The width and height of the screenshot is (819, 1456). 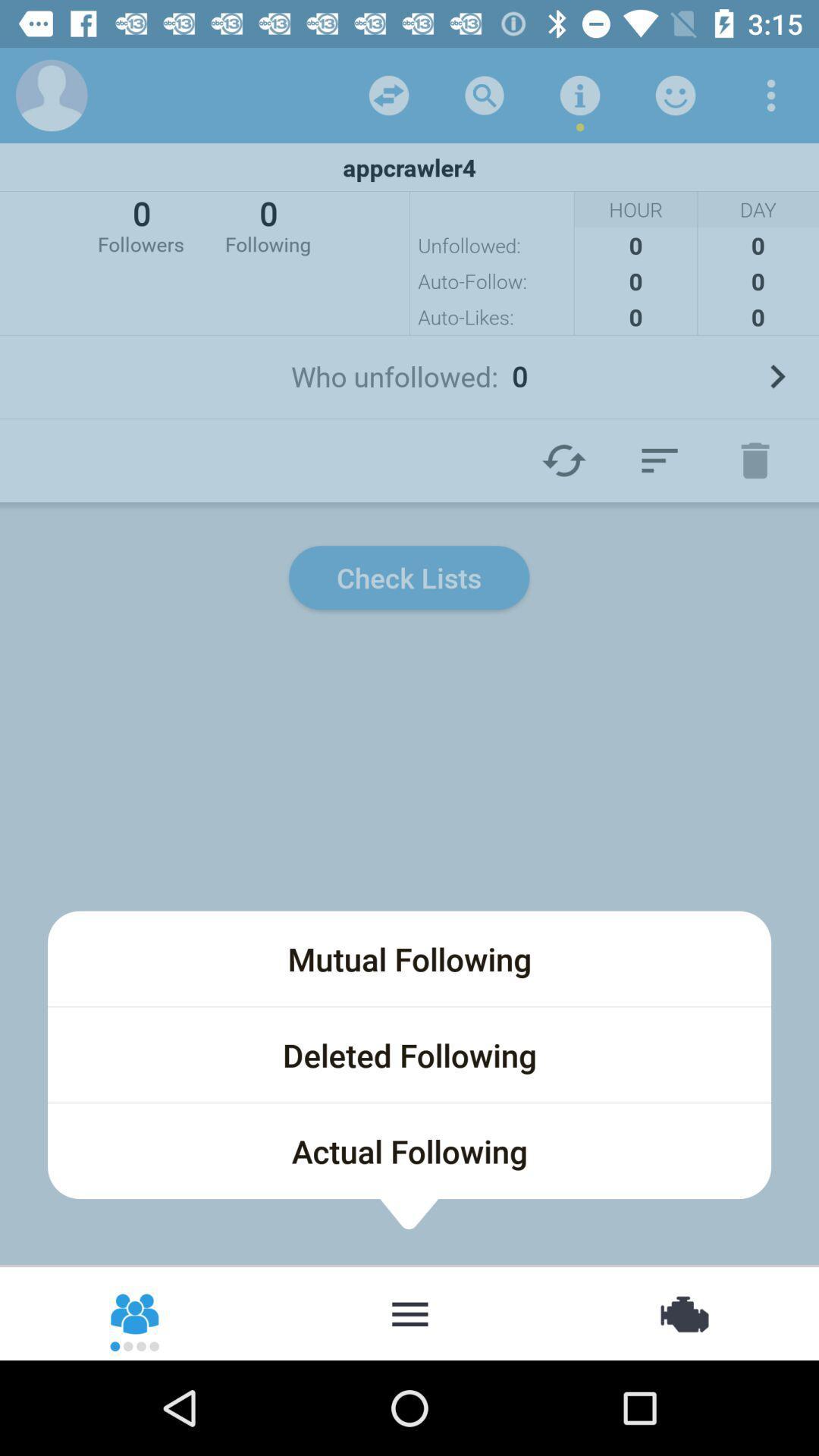 What do you see at coordinates (409, 1150) in the screenshot?
I see `actual following icon` at bounding box center [409, 1150].